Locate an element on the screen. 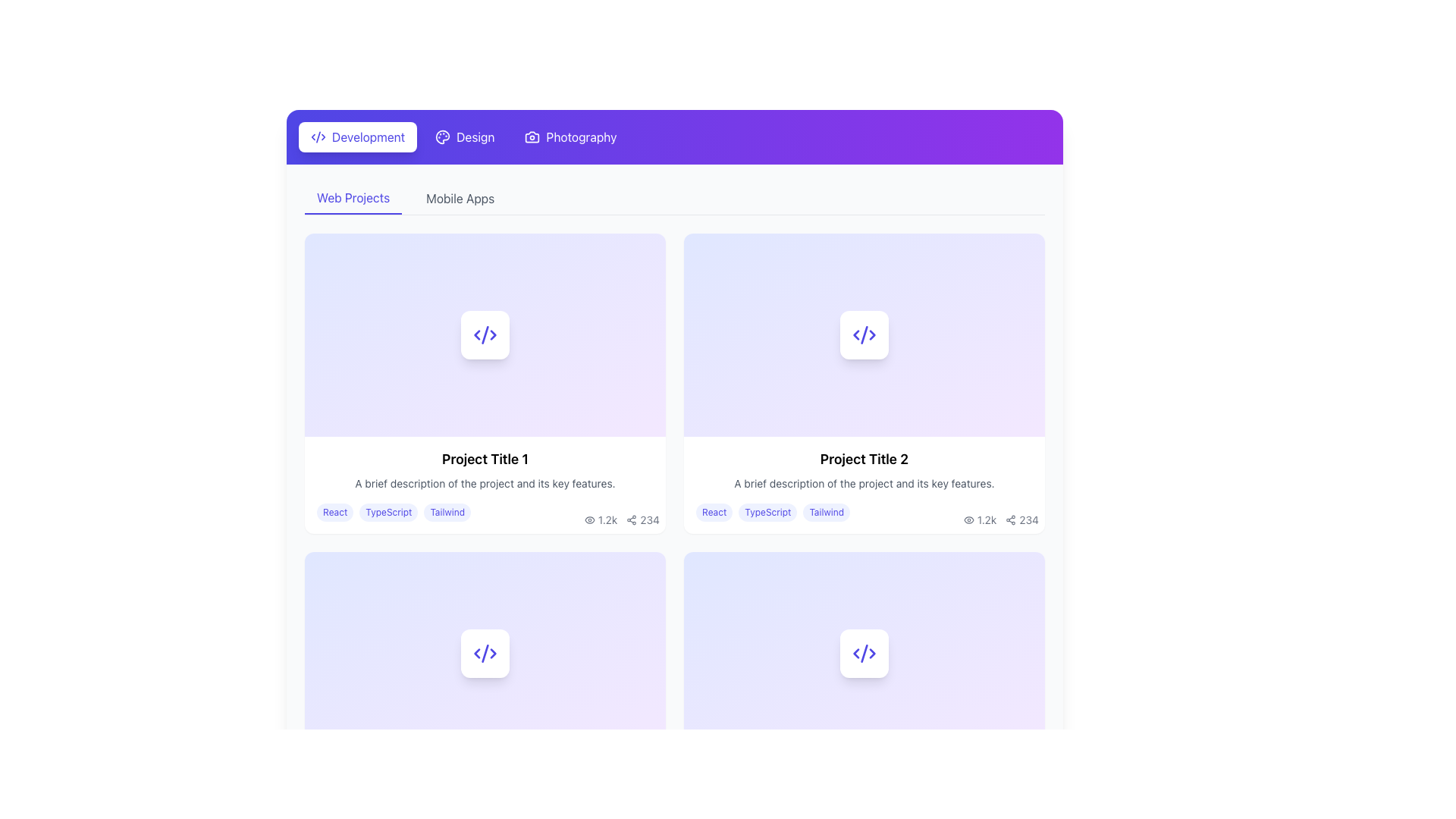 Image resolution: width=1456 pixels, height=819 pixels. the Thumbnail with decorative content that features coding tags, located in the third column and second row of the grid layout under 'Project Title 4' in the 'Web Projects' section is located at coordinates (864, 651).